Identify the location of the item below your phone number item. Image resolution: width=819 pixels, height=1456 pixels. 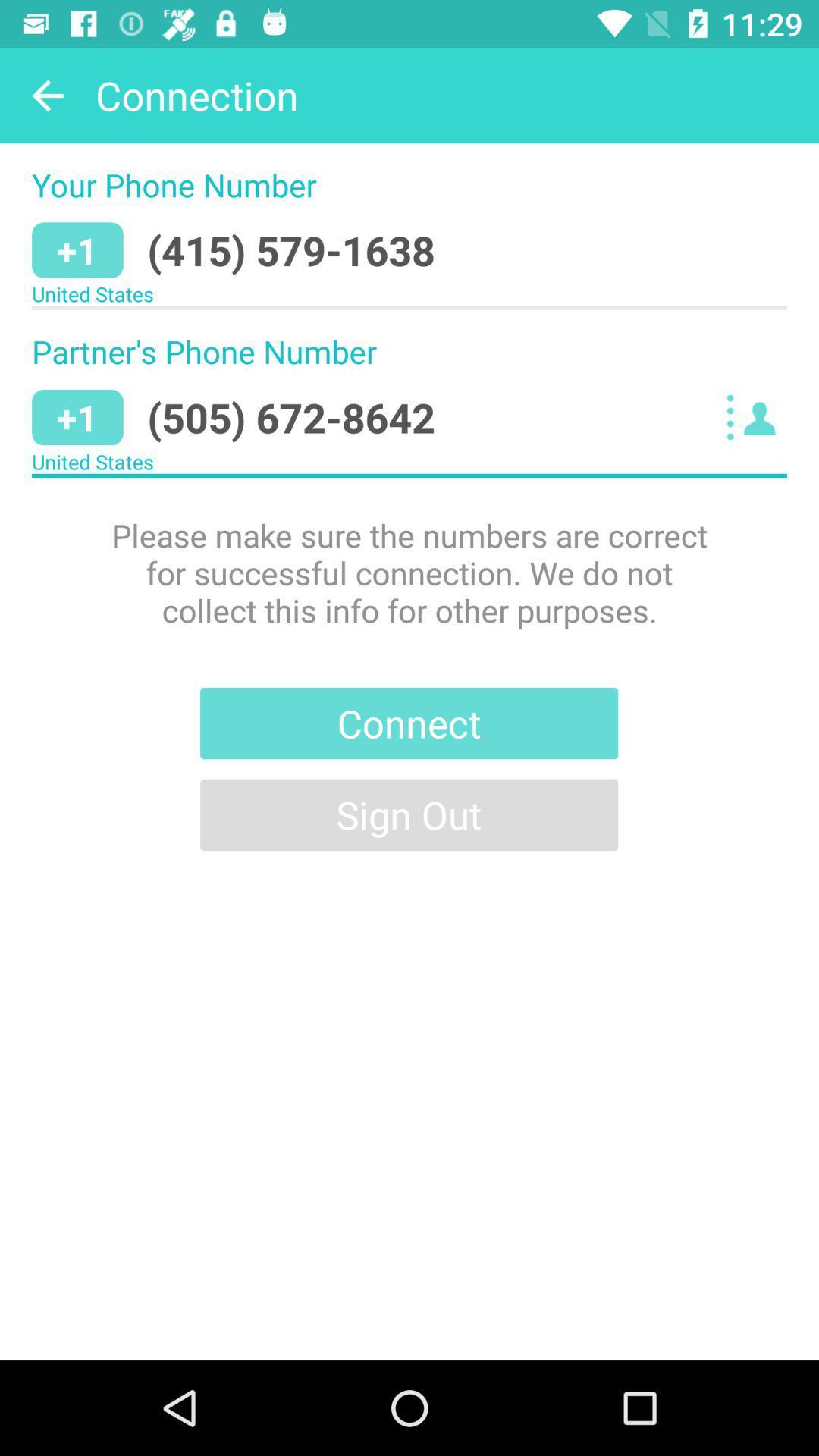
(291, 250).